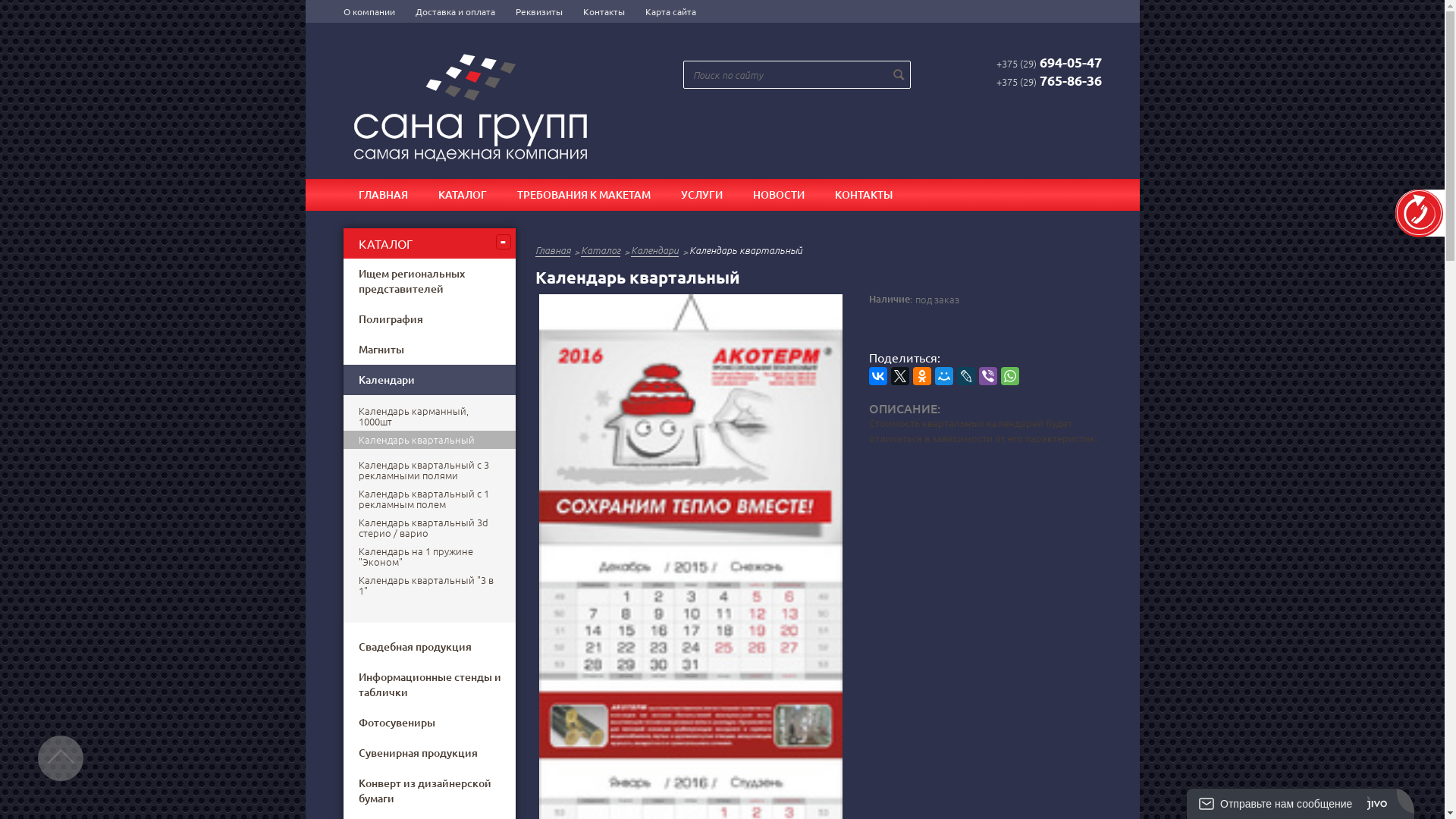  I want to click on 'WhatsApp', so click(1009, 375).